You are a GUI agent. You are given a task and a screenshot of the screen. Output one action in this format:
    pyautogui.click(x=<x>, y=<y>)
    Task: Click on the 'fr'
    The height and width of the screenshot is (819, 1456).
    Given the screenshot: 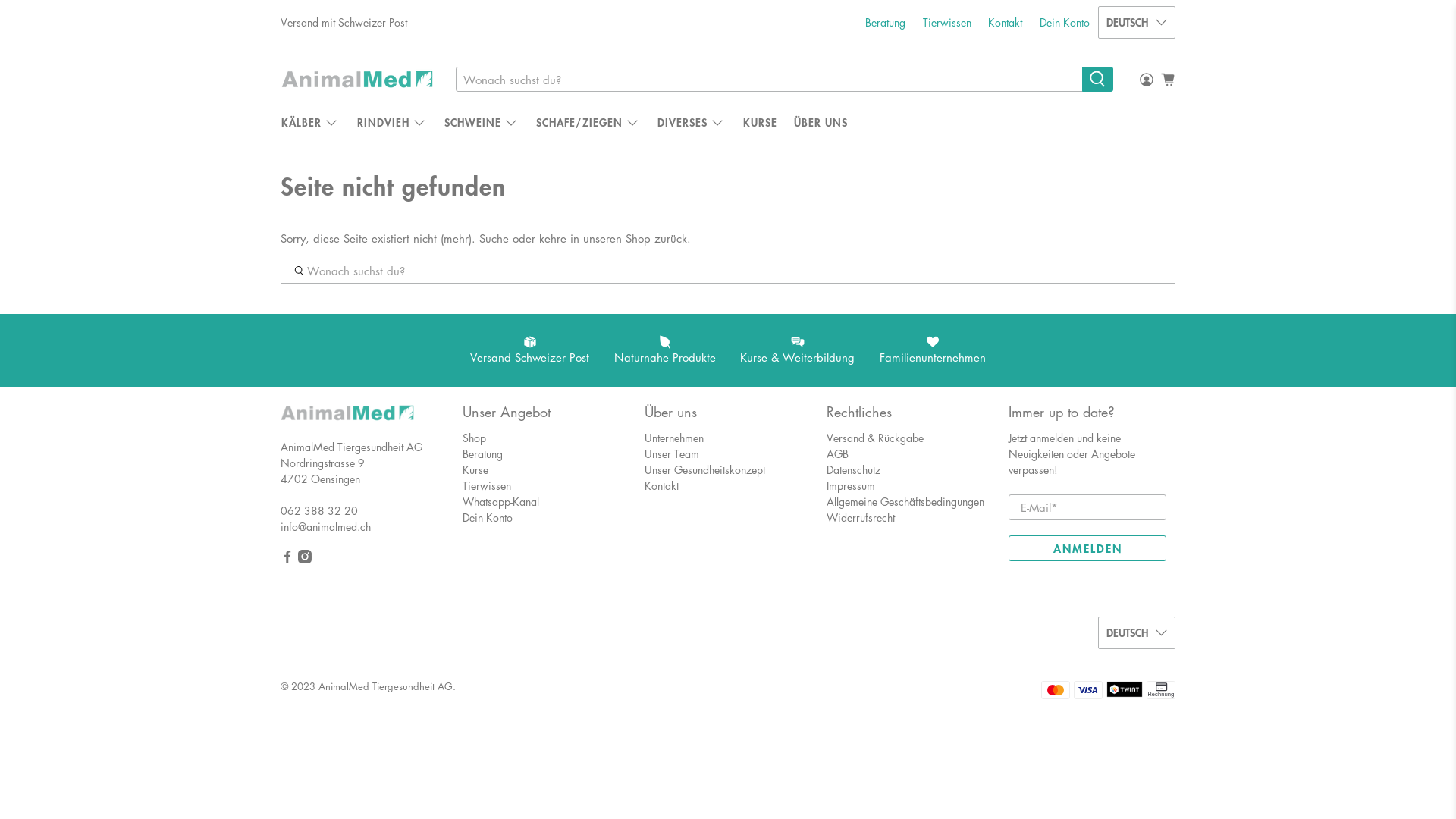 What is the action you would take?
    pyautogui.click(x=1136, y=90)
    